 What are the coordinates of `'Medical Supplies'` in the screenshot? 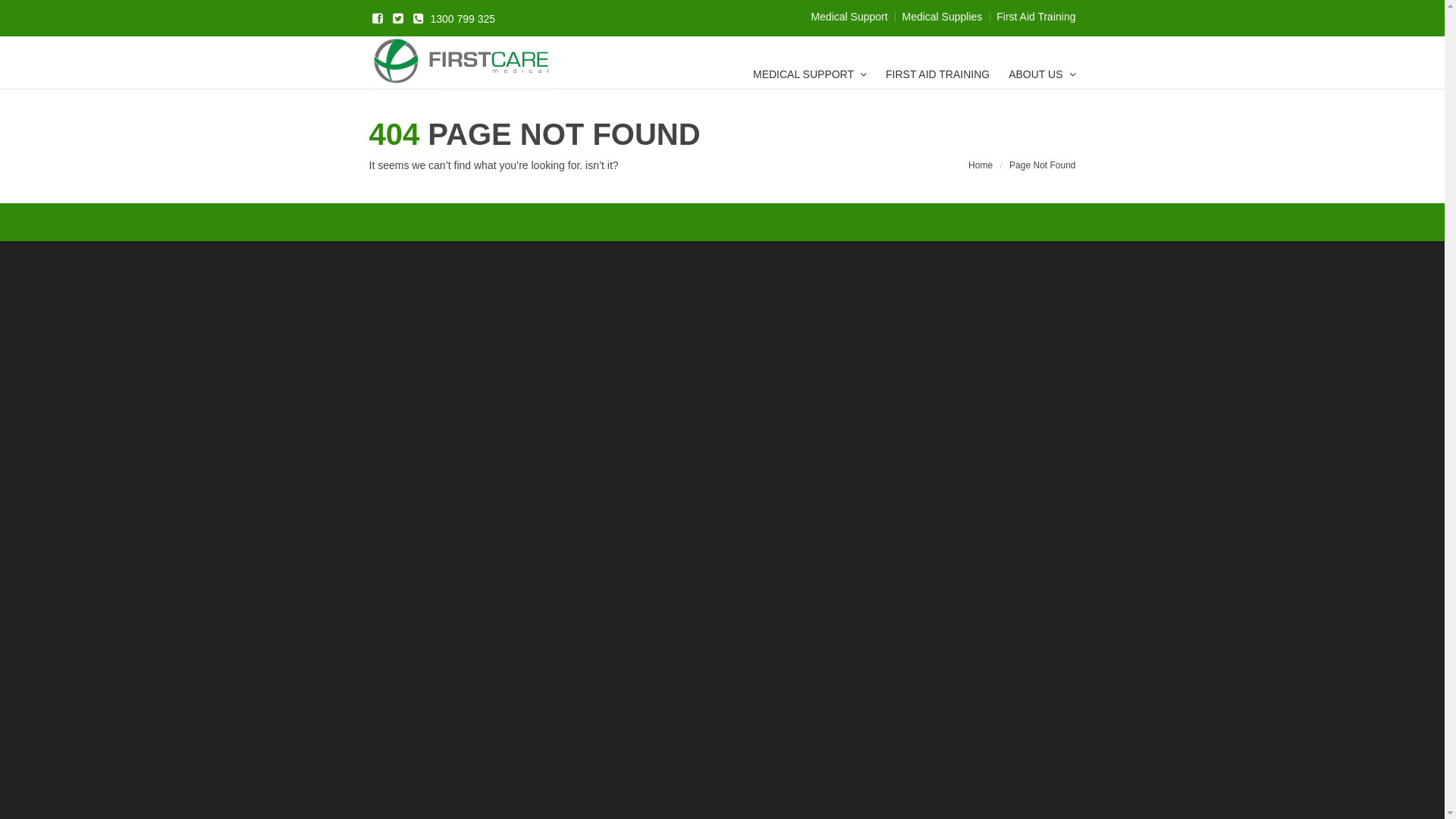 It's located at (941, 17).